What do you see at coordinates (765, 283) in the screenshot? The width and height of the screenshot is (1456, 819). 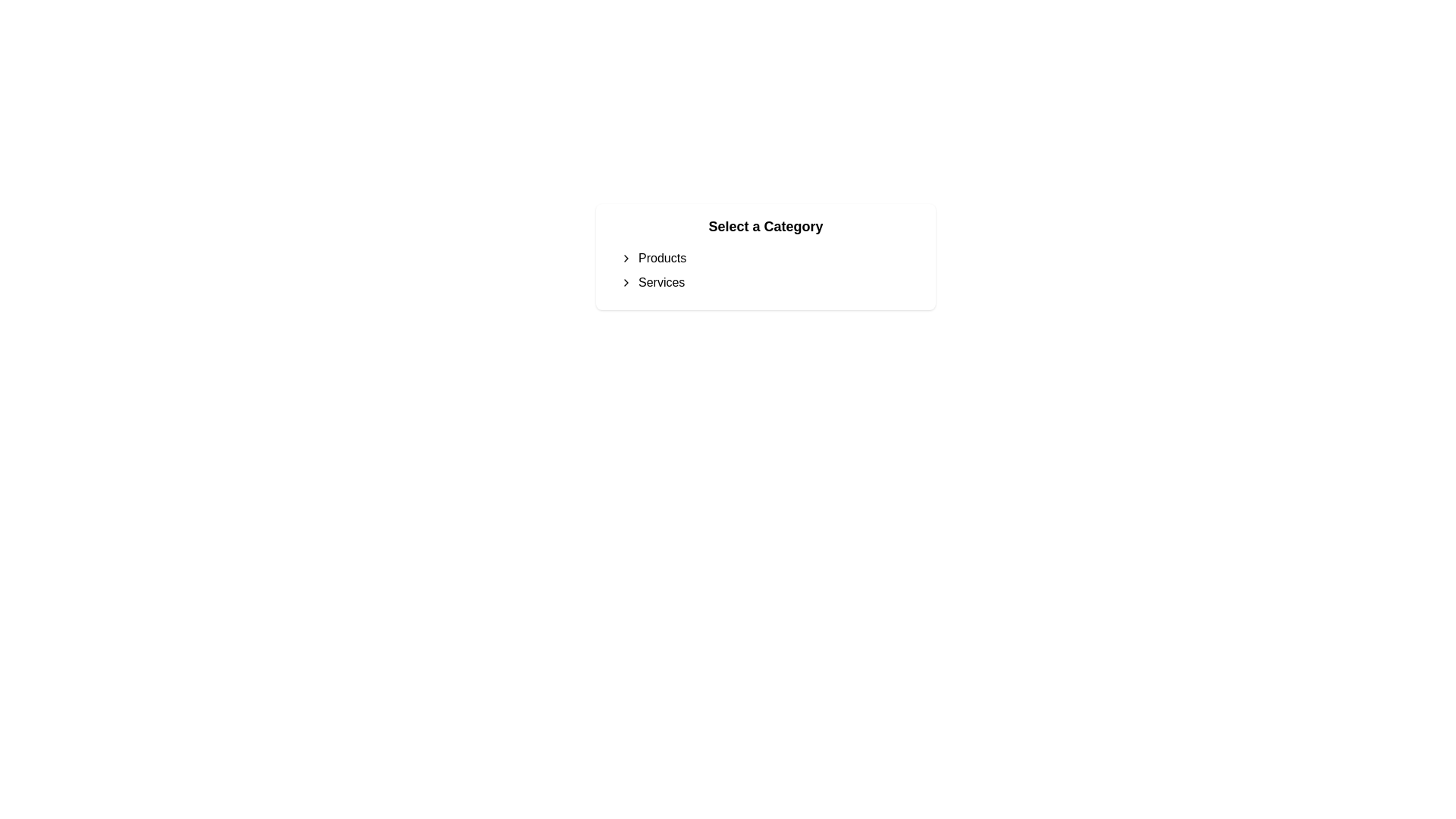 I see `the 'Services' button located directly below the 'Products' button` at bounding box center [765, 283].